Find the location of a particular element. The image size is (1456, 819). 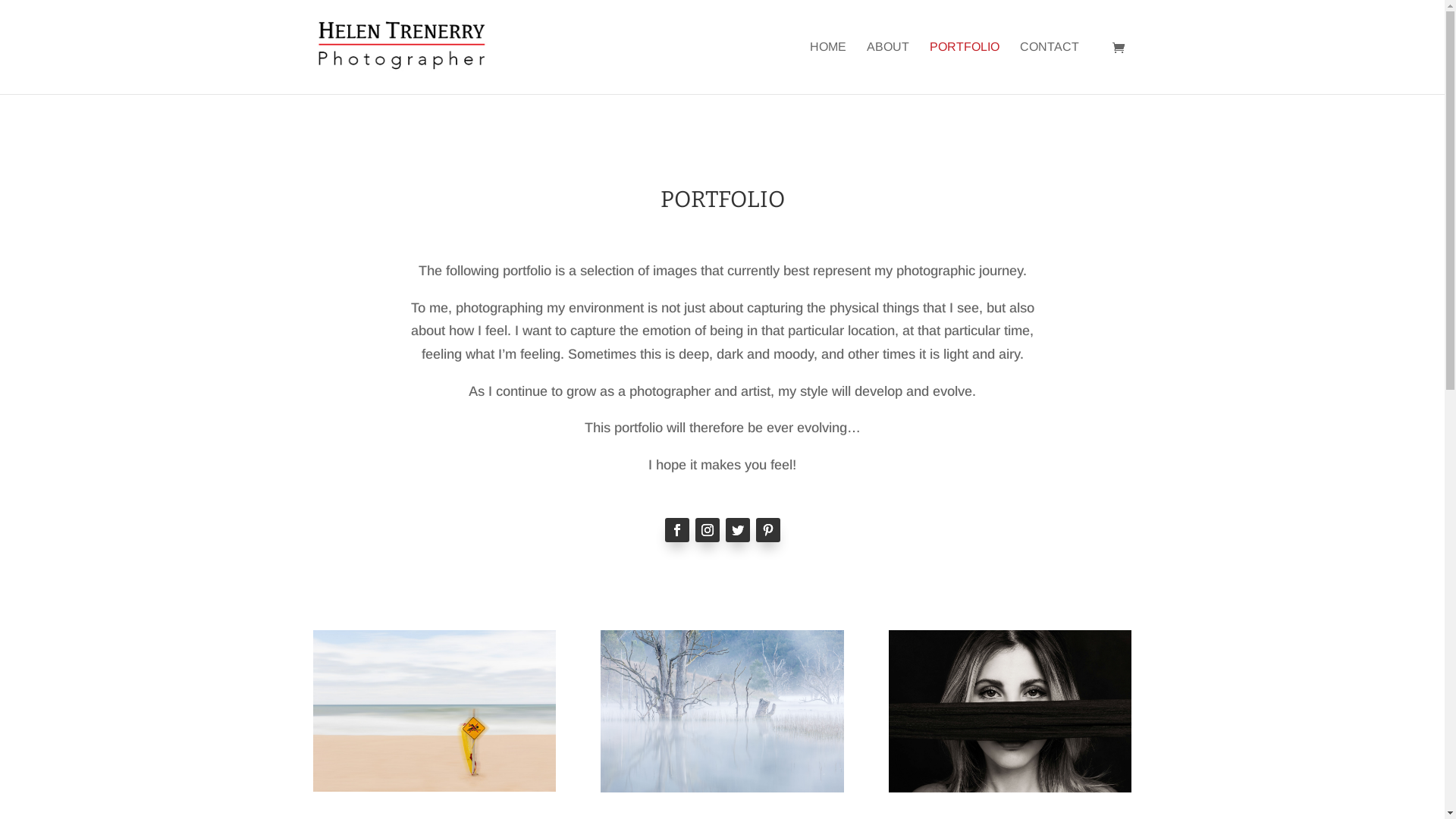

'Follow on Pinterest' is located at coordinates (767, 529).